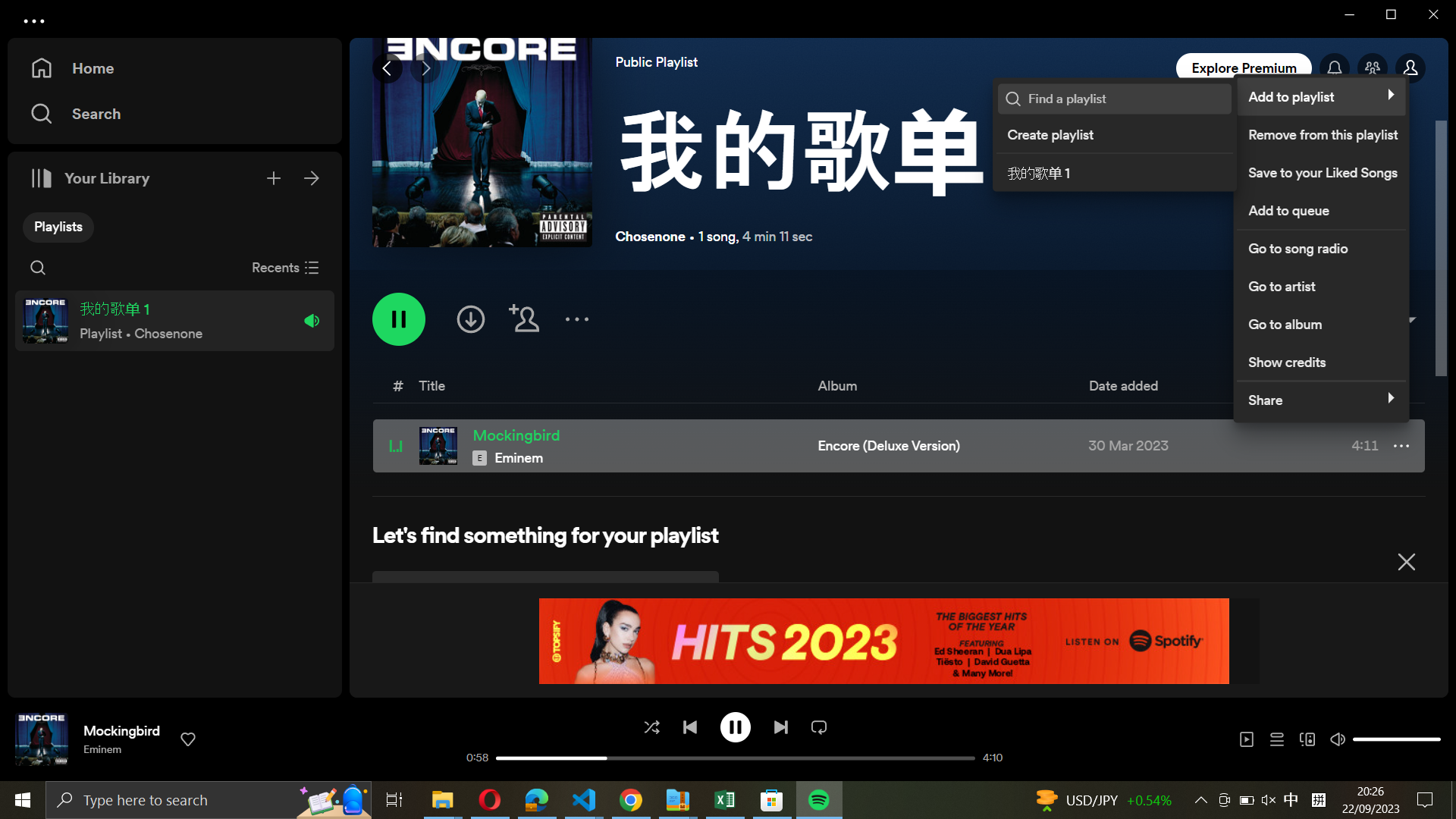  What do you see at coordinates (780, 725) in the screenshot?
I see `the song completion` at bounding box center [780, 725].